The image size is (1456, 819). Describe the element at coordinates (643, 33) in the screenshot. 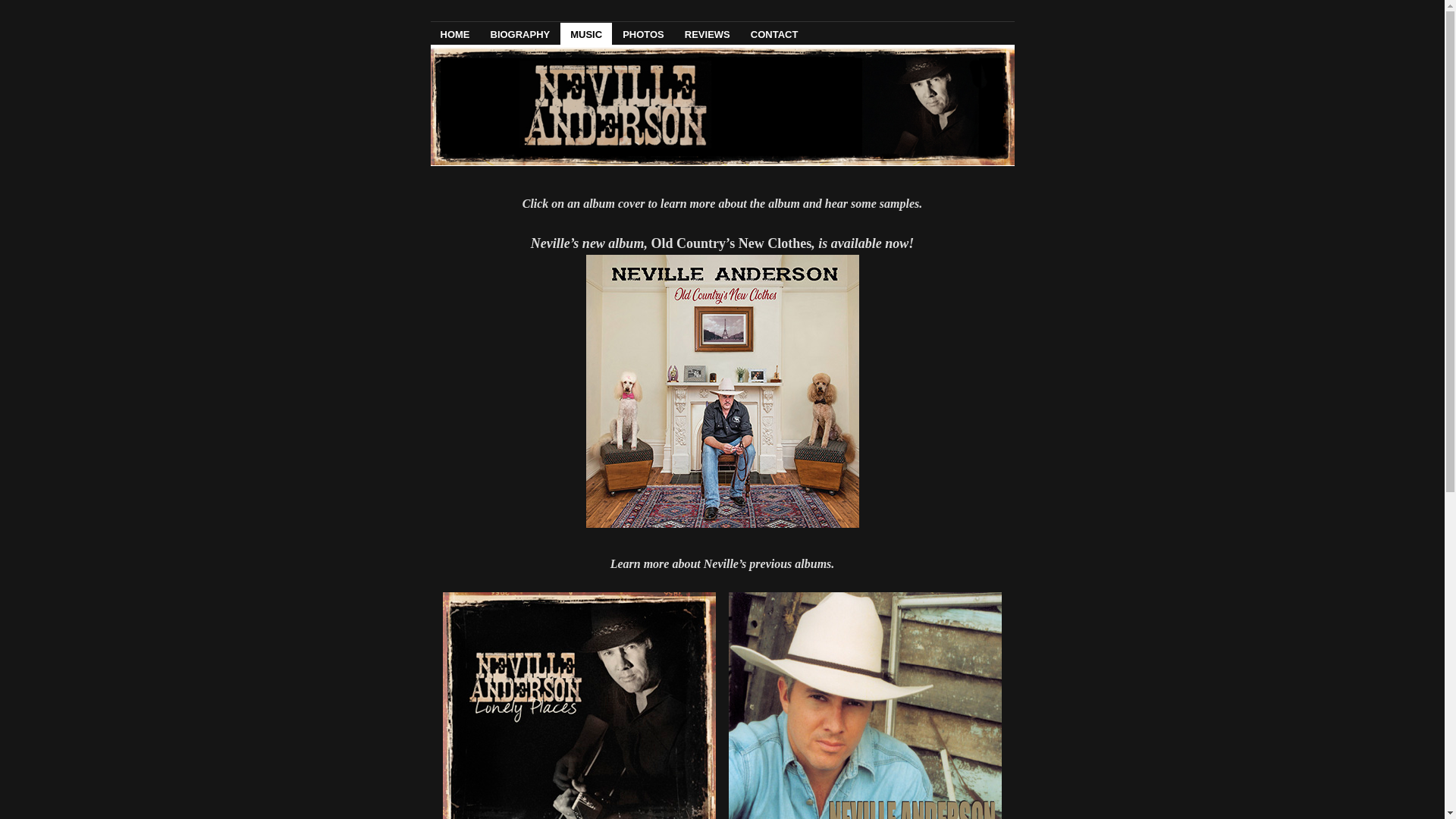

I see `'PHOTOS'` at that location.